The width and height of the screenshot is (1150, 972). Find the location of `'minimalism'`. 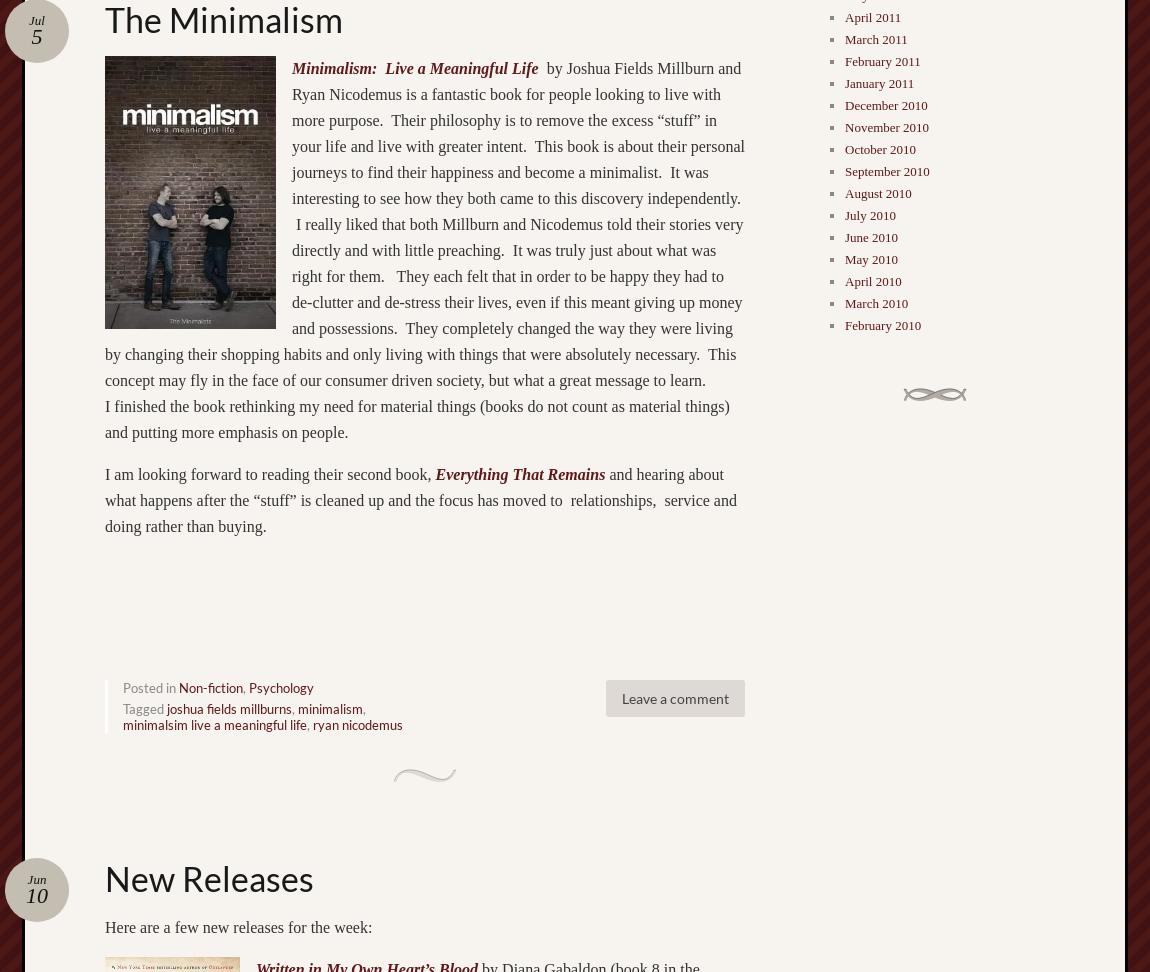

'minimalism' is located at coordinates (330, 707).